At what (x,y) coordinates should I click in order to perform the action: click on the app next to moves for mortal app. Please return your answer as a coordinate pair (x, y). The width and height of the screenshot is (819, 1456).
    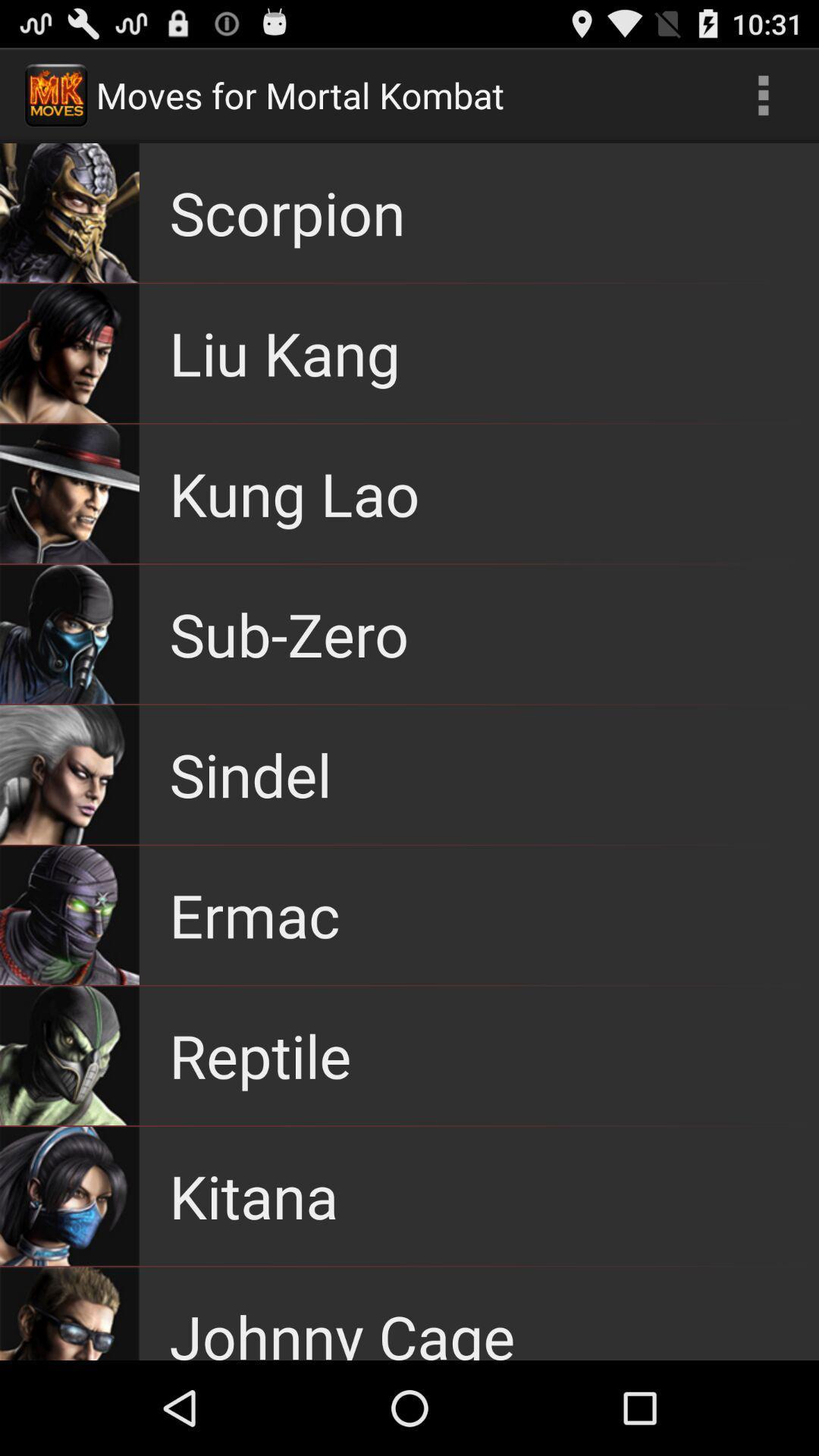
    Looking at the image, I should click on (763, 94).